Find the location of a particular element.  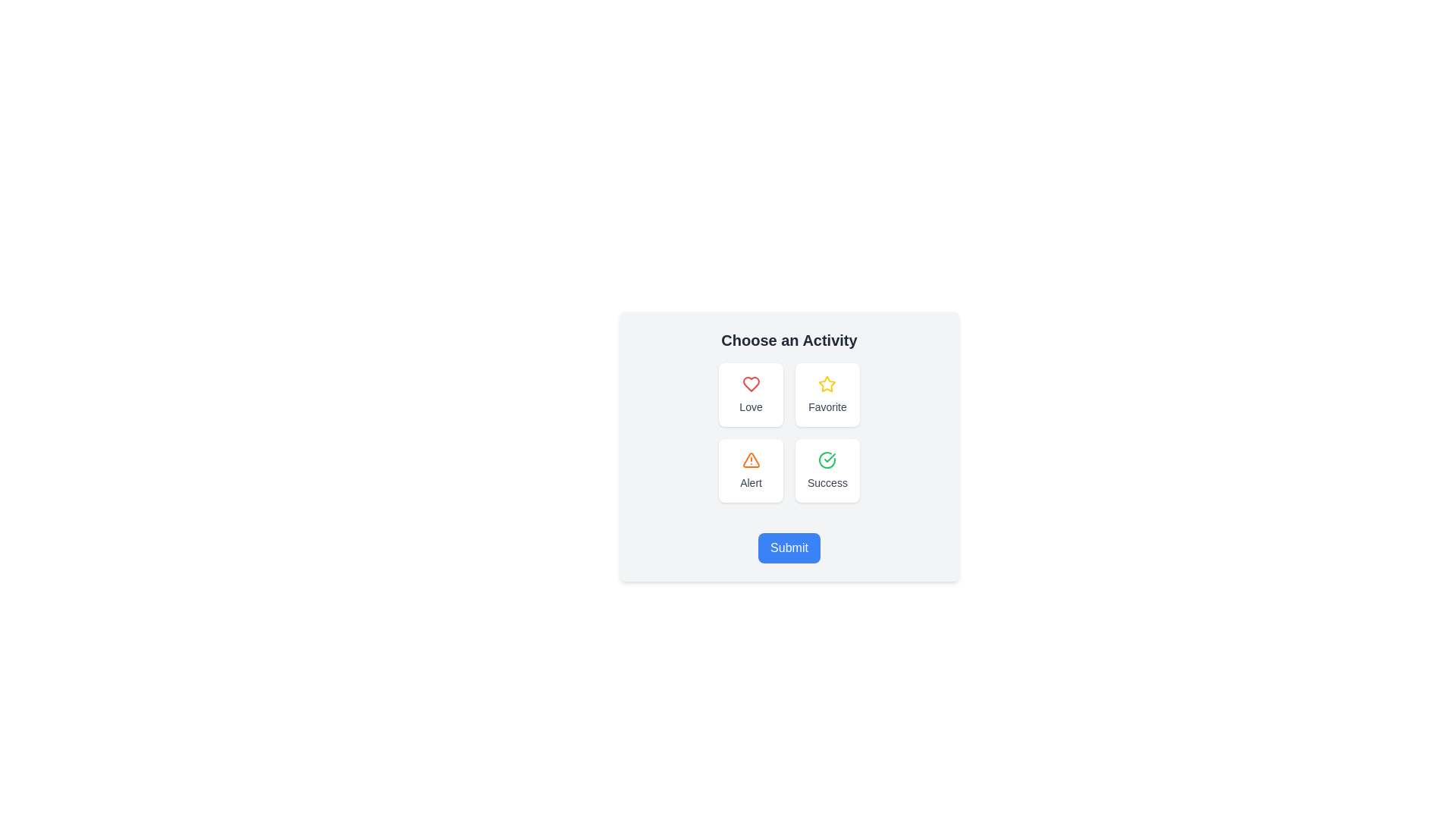

the 'Alert' activity card located in the bottom-left of the 2x2 grid is located at coordinates (751, 470).